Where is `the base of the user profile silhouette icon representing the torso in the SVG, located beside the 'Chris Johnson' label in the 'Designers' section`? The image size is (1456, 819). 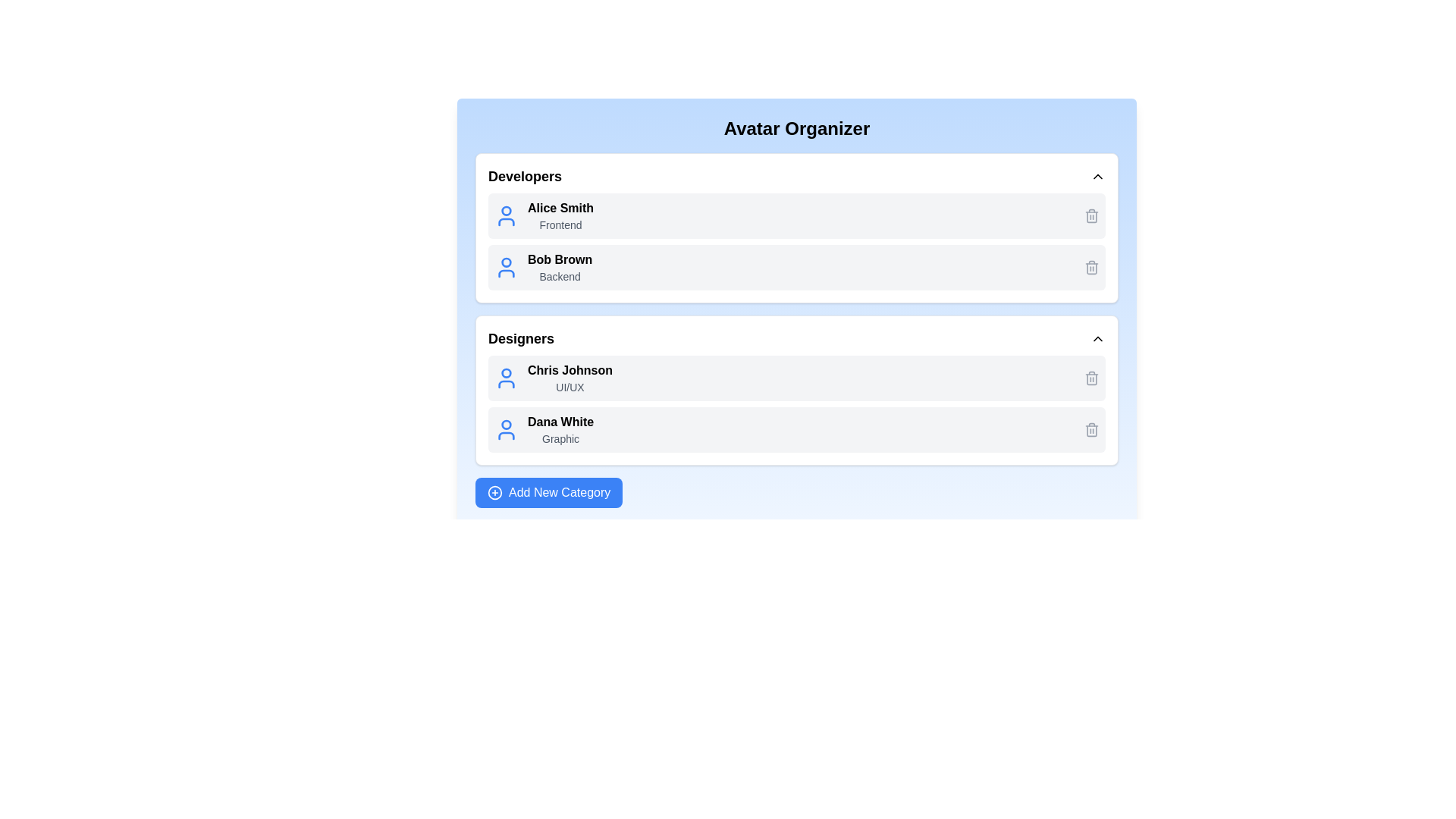
the base of the user profile silhouette icon representing the torso in the SVG, located beside the 'Chris Johnson' label in the 'Designers' section is located at coordinates (506, 383).